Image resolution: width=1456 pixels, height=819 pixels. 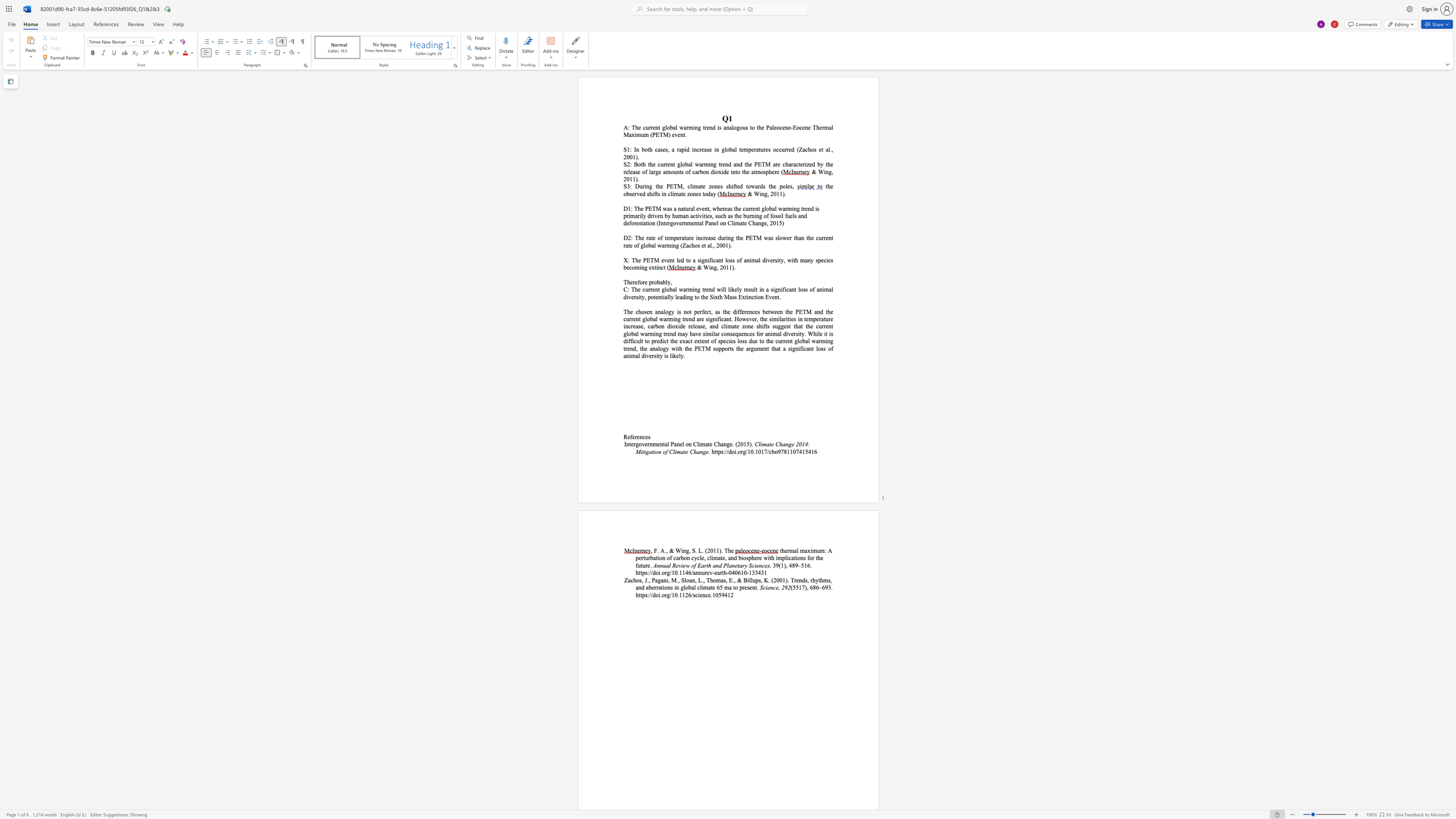 I want to click on the 3th character "e" in the text, so click(x=742, y=237).